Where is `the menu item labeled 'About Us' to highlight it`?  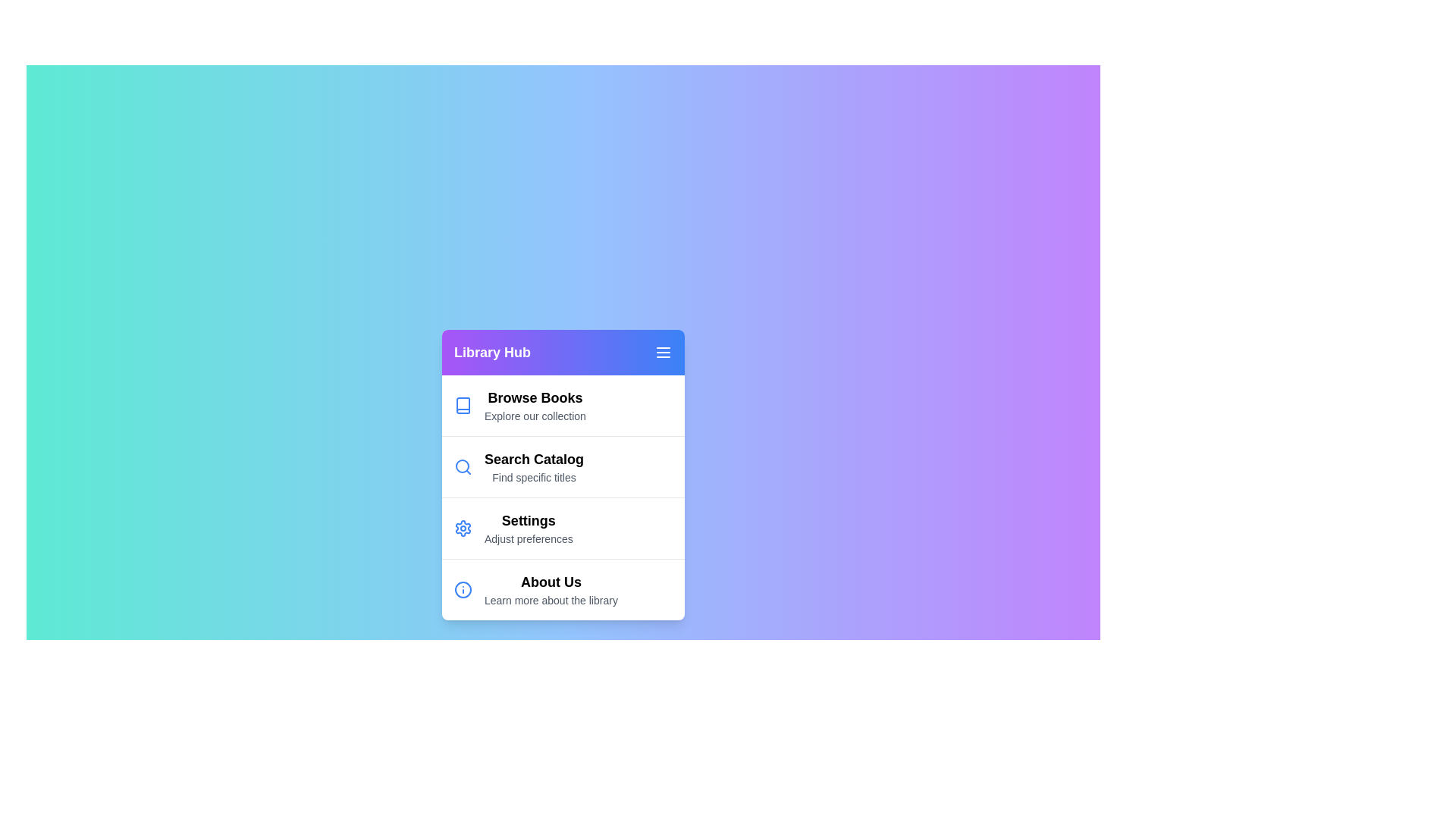
the menu item labeled 'About Us' to highlight it is located at coordinates (563, 588).